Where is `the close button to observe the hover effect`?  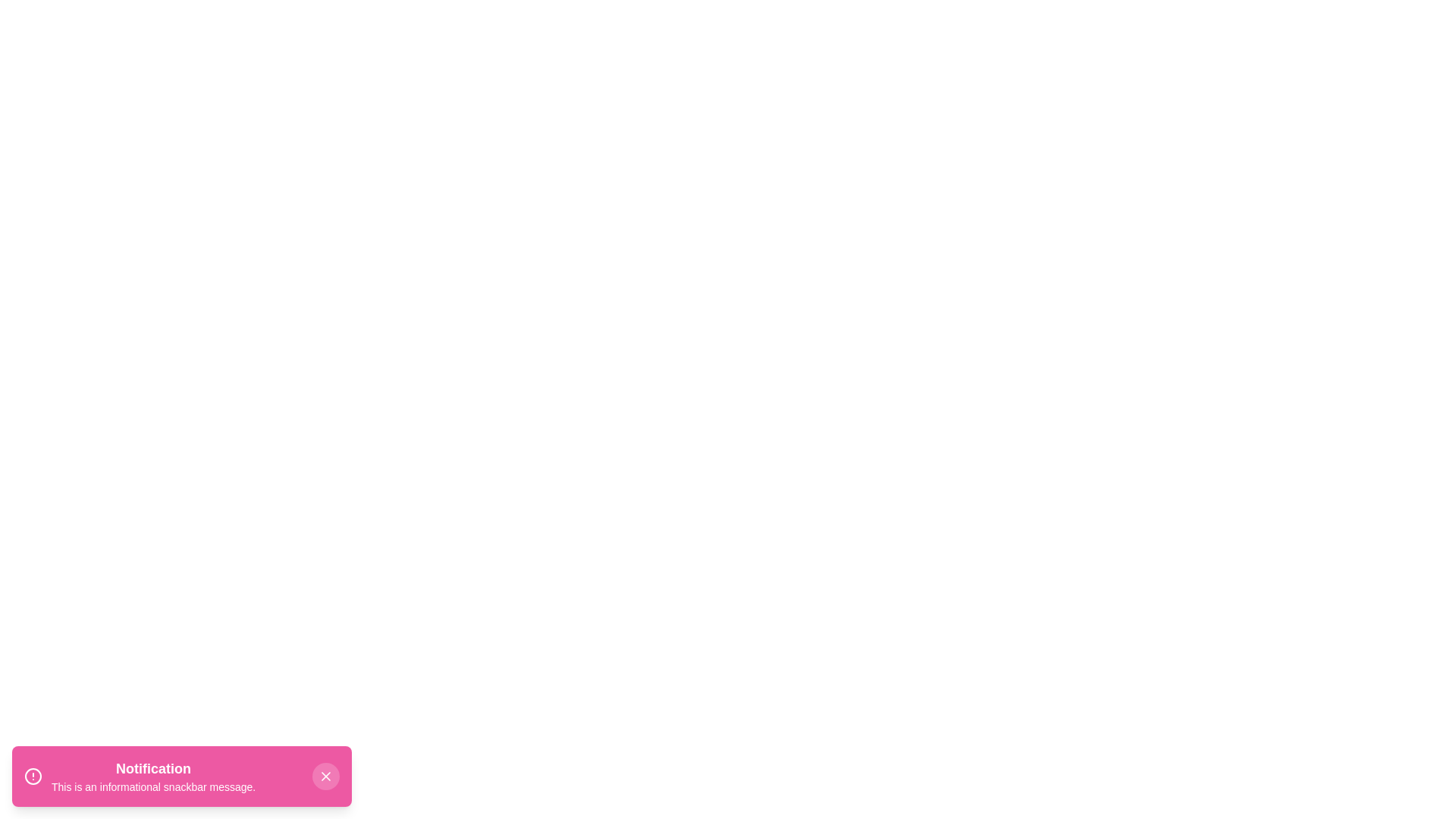 the close button to observe the hover effect is located at coordinates (325, 776).